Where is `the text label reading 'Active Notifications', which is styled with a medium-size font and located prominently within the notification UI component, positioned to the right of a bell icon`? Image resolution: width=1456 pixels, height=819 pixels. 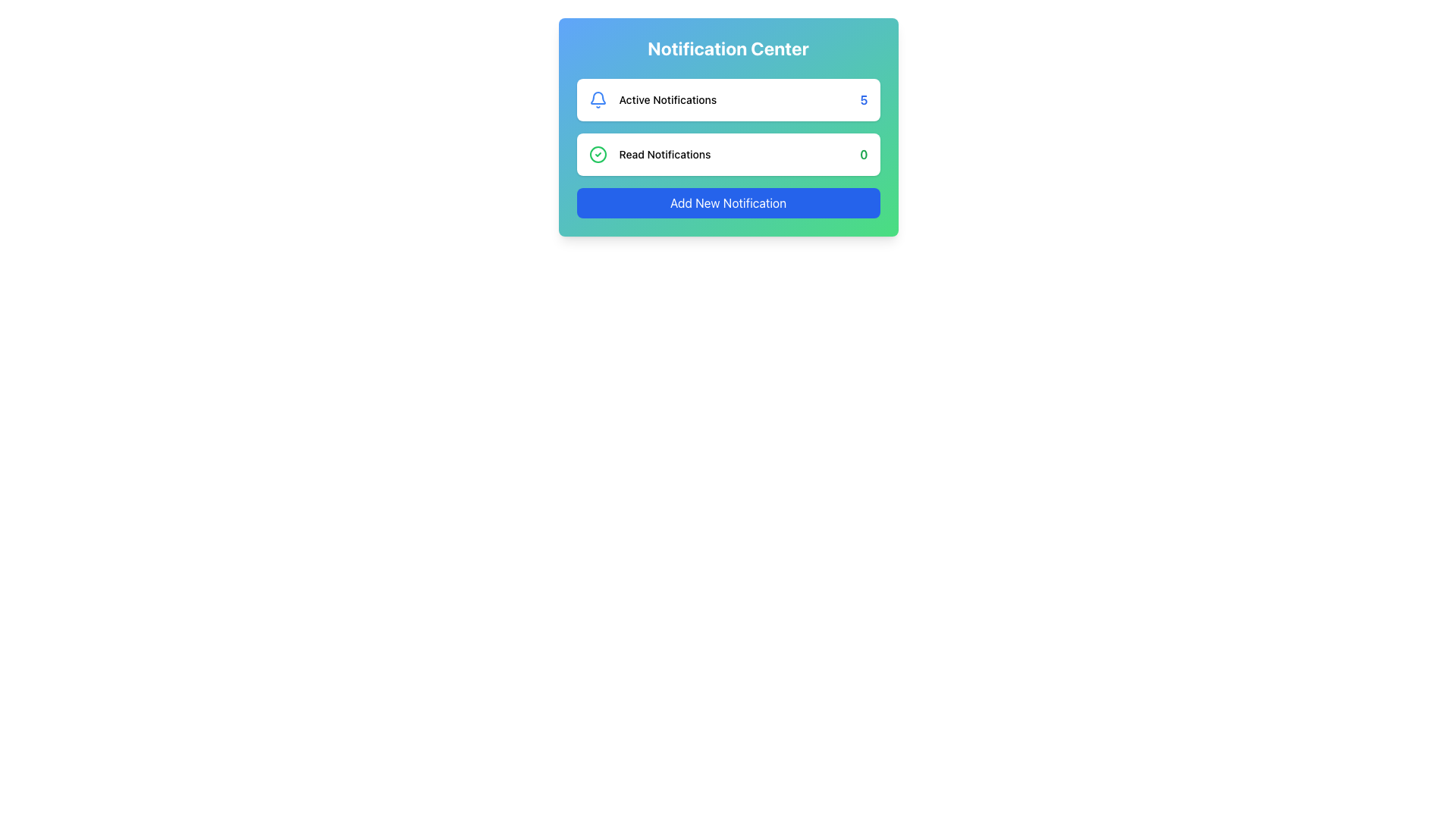 the text label reading 'Active Notifications', which is styled with a medium-size font and located prominently within the notification UI component, positioned to the right of a bell icon is located at coordinates (667, 99).